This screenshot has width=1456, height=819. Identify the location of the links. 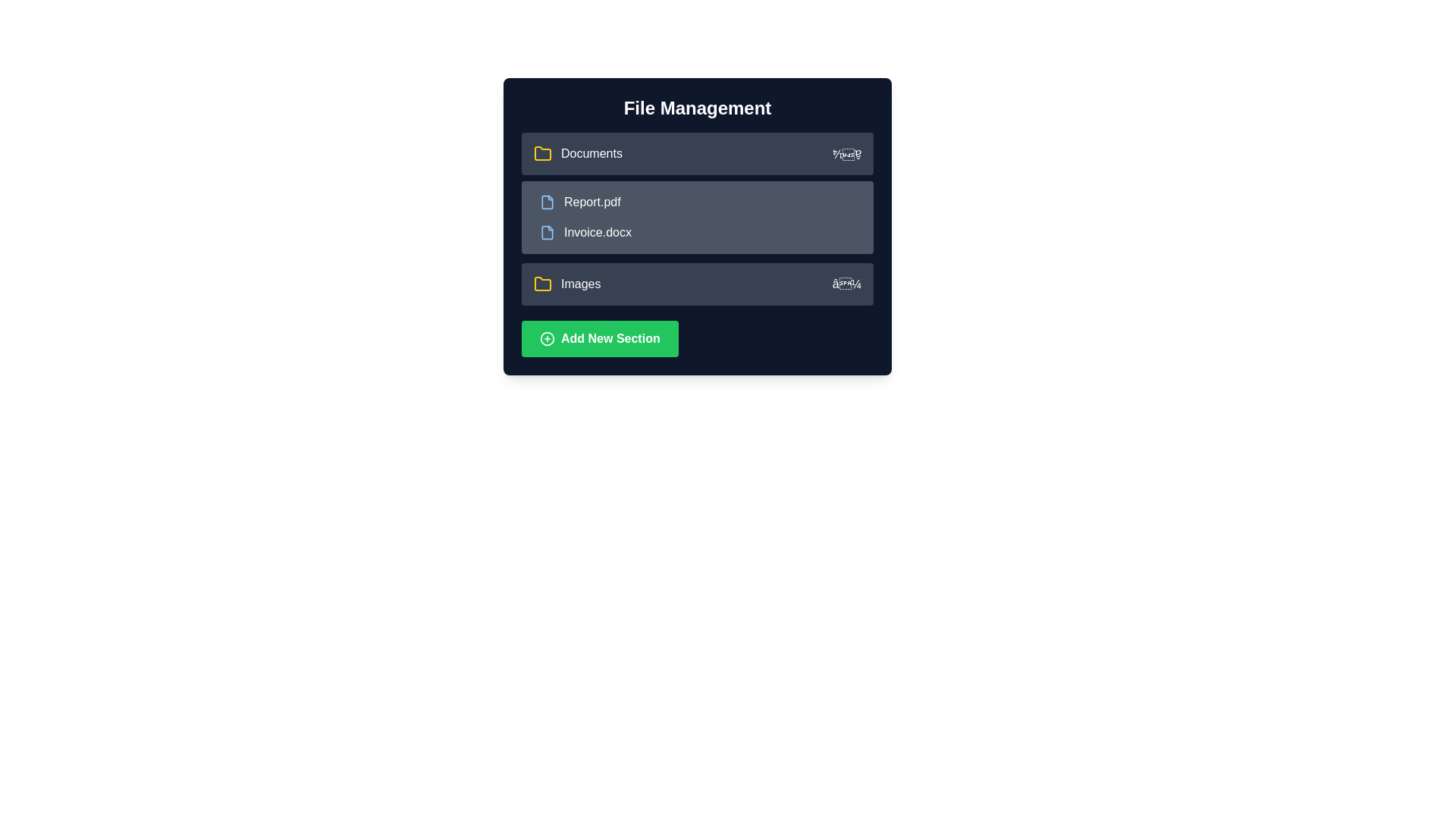
(697, 192).